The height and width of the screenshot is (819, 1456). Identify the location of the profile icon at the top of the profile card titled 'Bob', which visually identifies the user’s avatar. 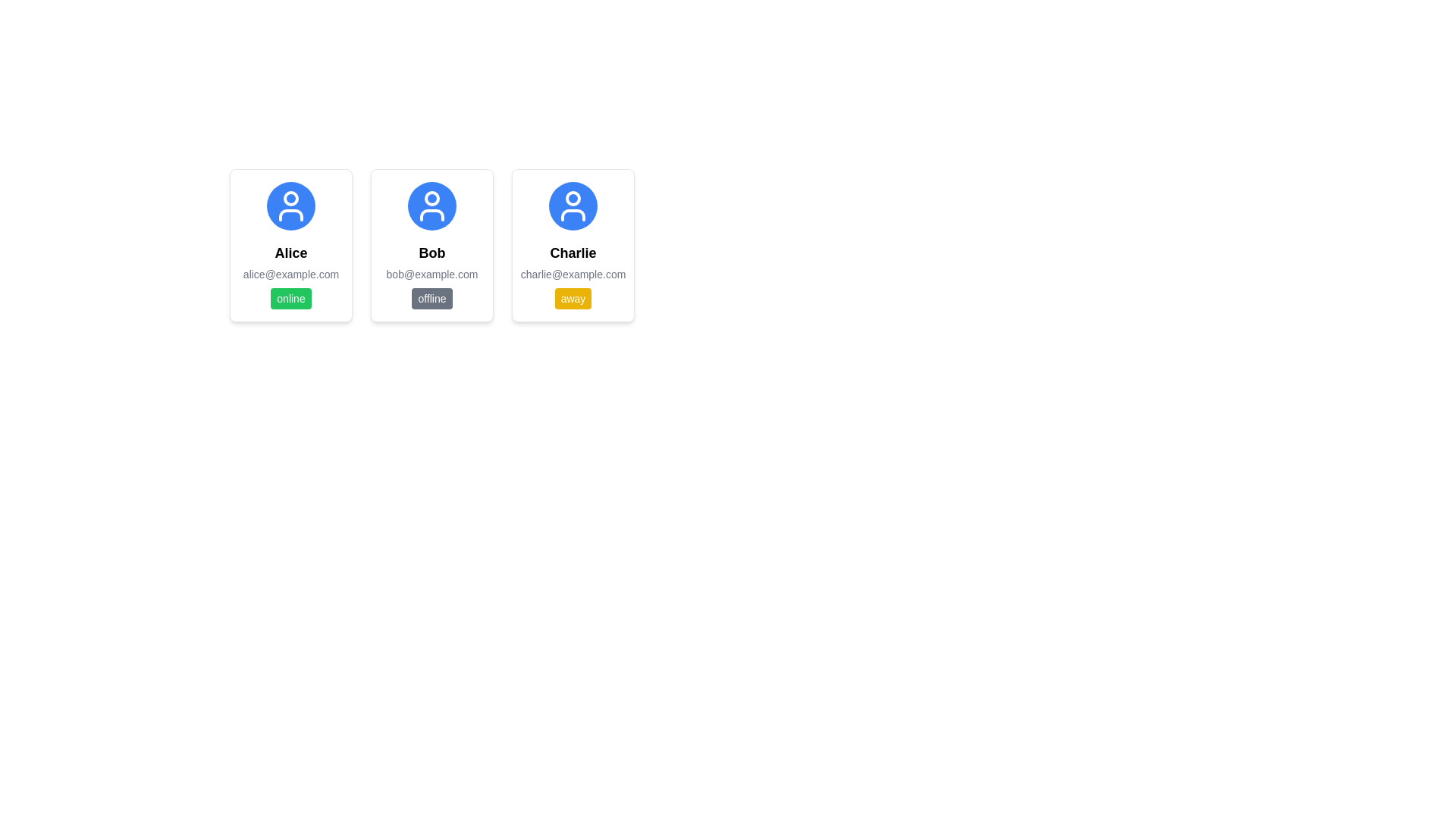
(431, 206).